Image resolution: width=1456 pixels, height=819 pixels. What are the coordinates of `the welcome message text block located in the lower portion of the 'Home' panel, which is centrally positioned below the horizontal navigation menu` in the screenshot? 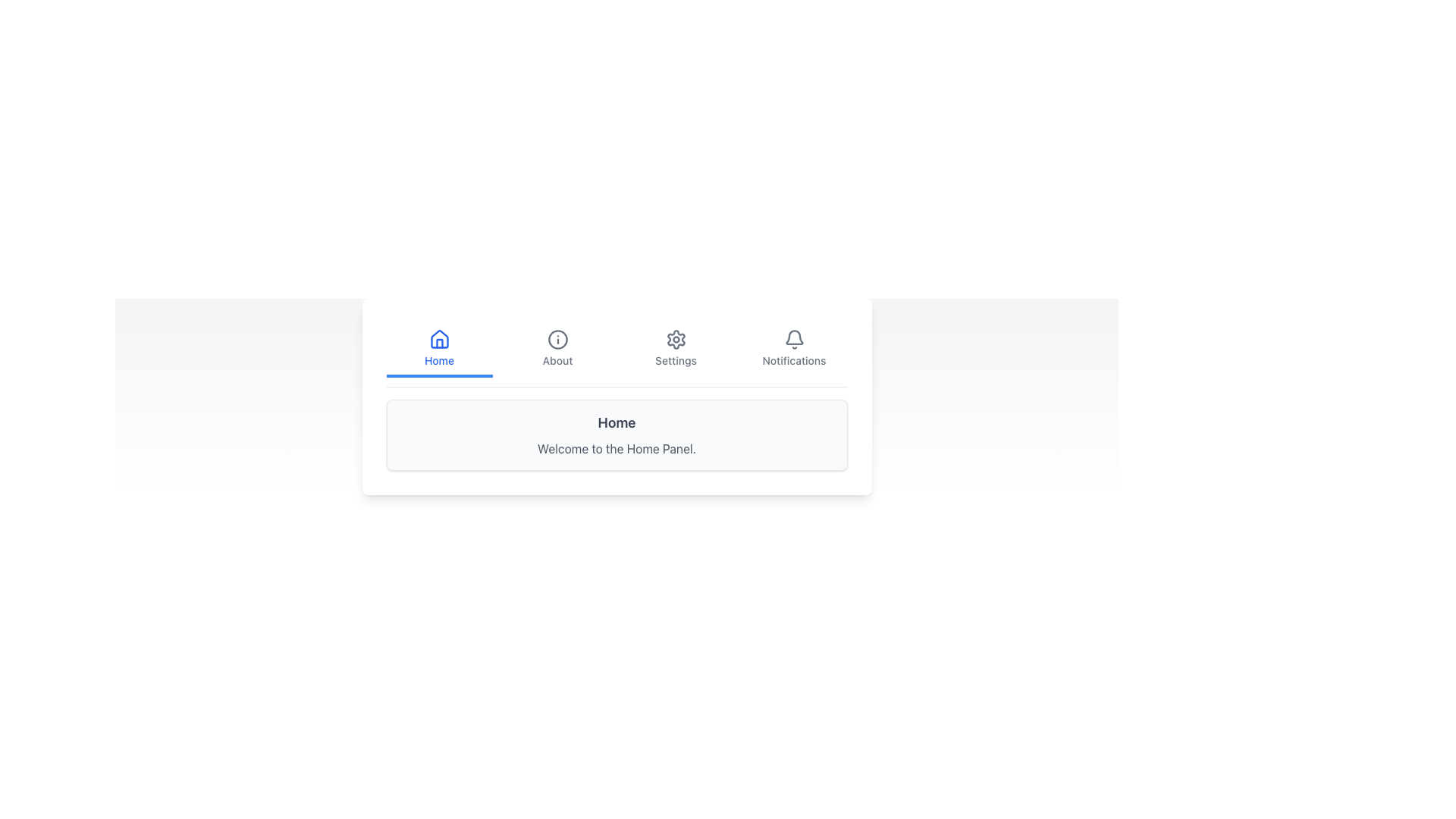 It's located at (617, 447).